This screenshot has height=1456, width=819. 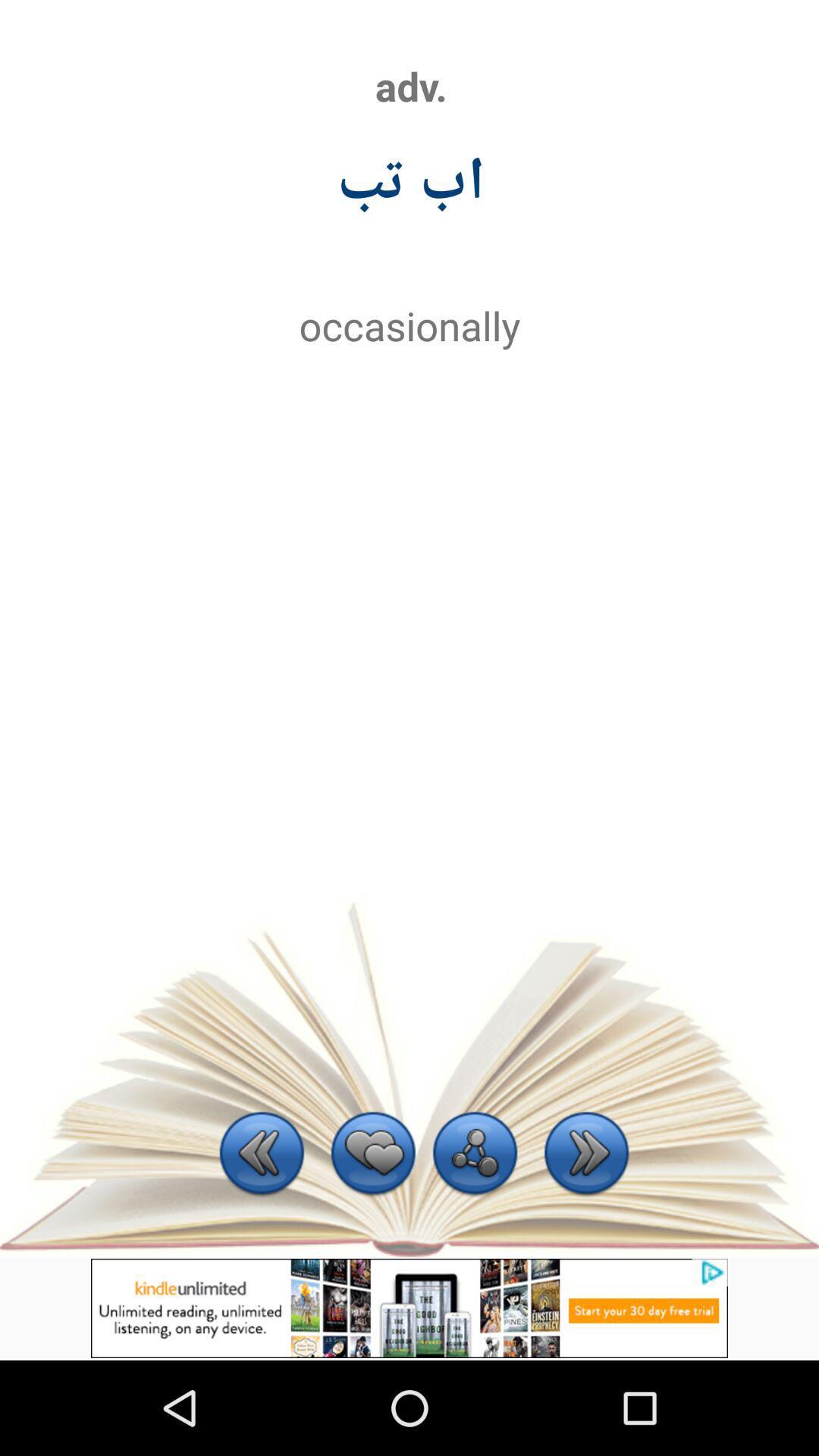 What do you see at coordinates (261, 1154) in the screenshot?
I see `clica na setinha da esquerda` at bounding box center [261, 1154].